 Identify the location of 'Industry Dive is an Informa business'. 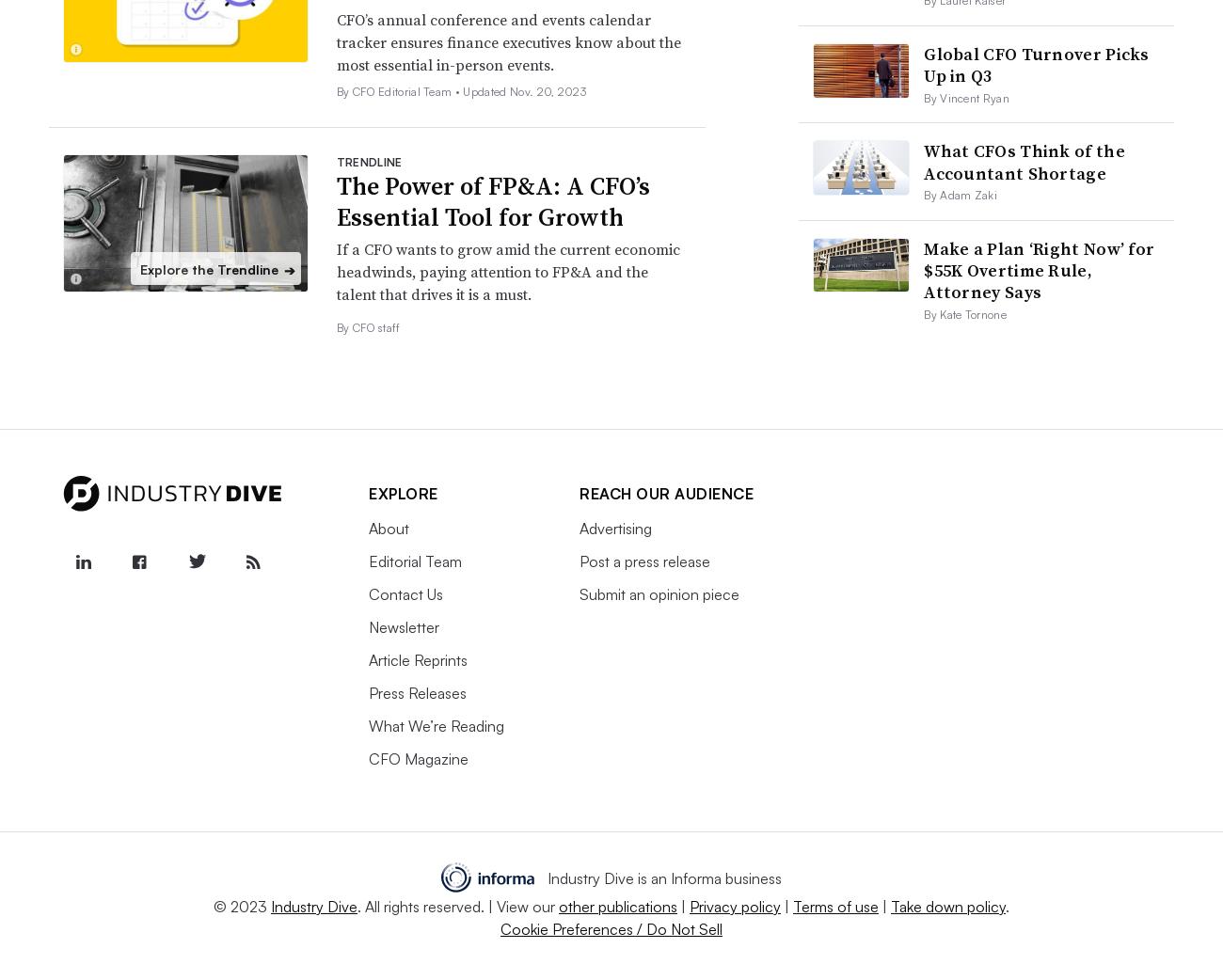
(545, 877).